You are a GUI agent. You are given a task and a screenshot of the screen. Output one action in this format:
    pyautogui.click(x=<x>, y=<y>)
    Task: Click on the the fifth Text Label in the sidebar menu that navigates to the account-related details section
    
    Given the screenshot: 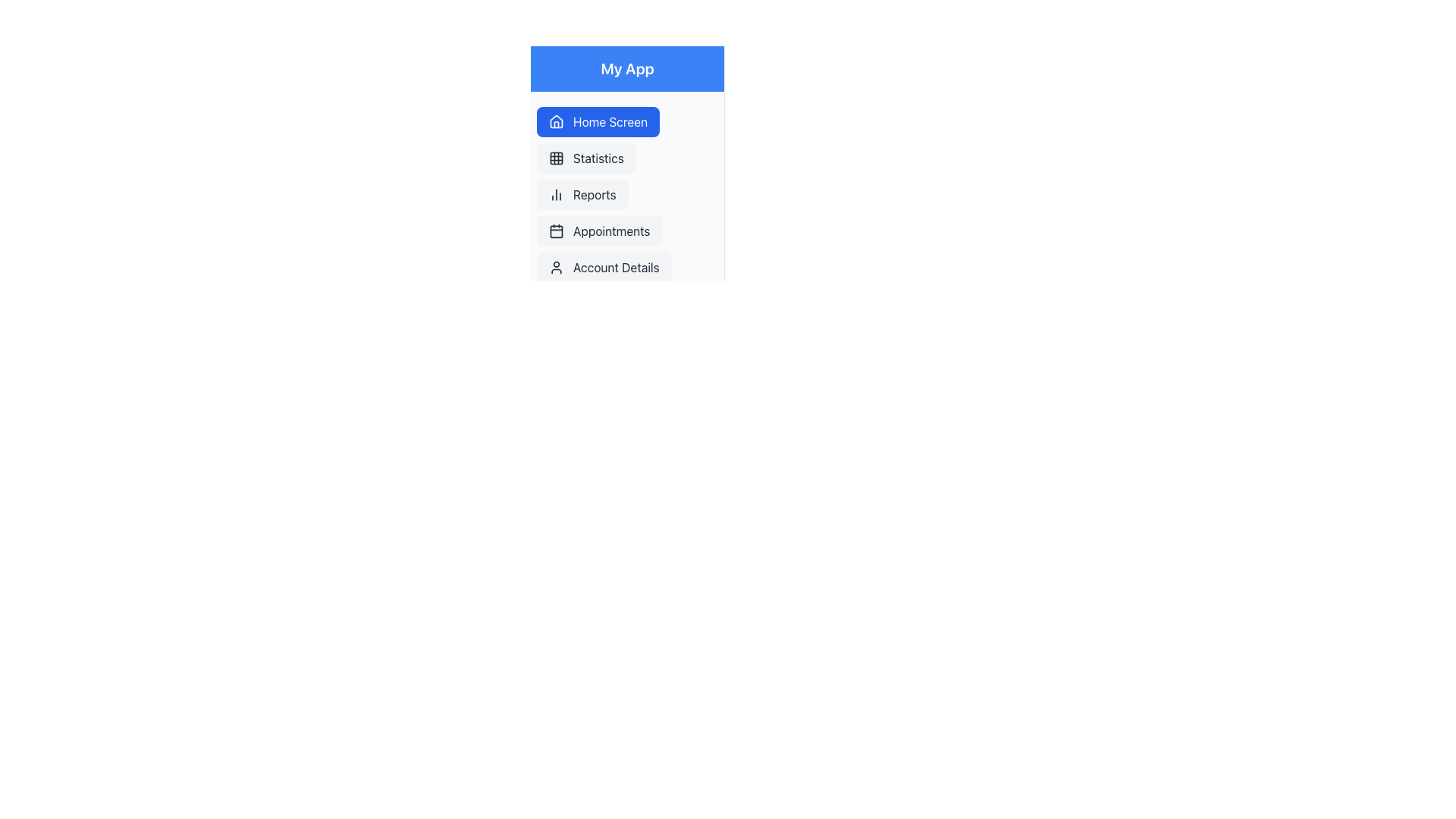 What is the action you would take?
    pyautogui.click(x=616, y=267)
    